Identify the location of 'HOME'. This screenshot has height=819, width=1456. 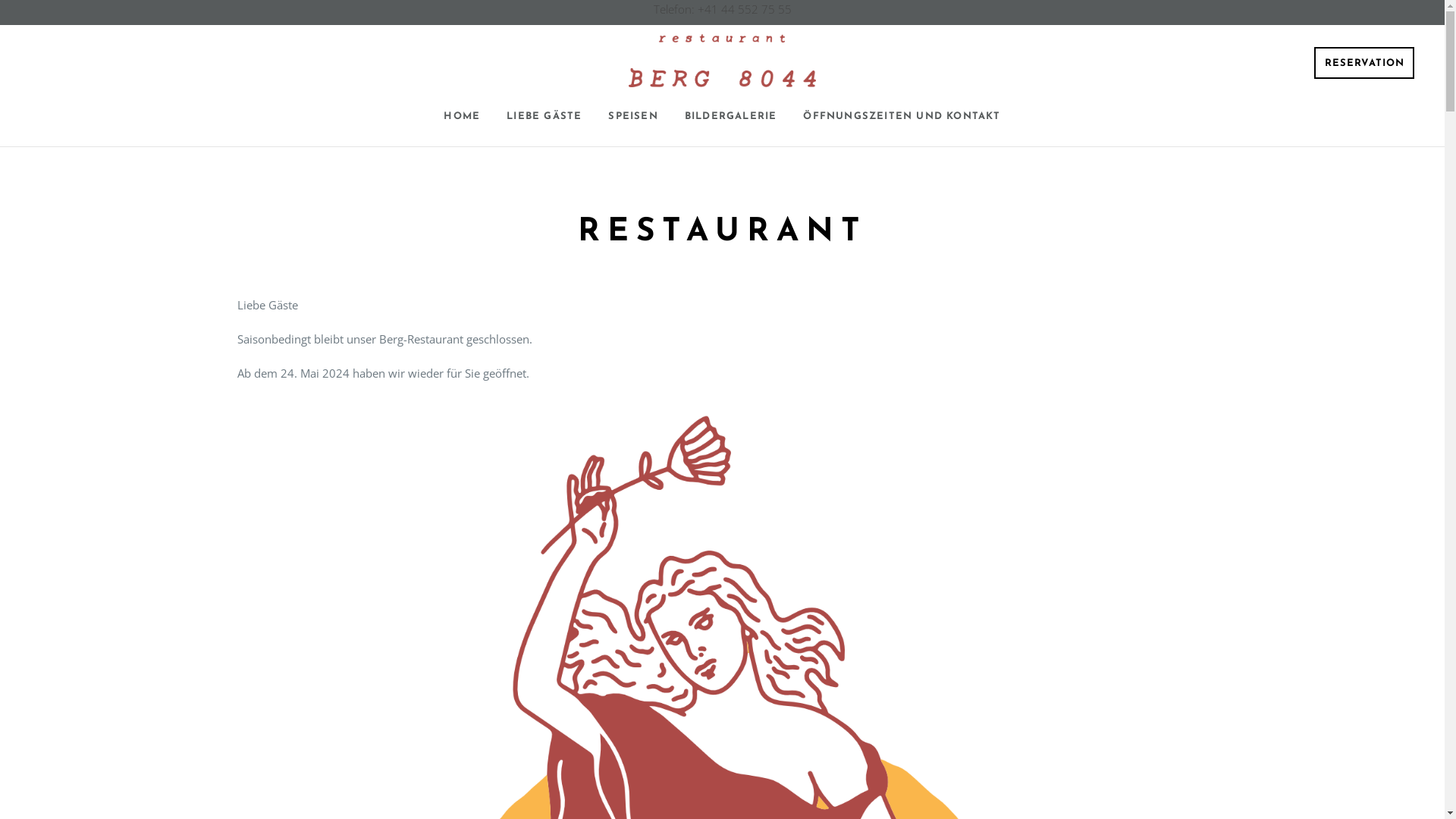
(461, 116).